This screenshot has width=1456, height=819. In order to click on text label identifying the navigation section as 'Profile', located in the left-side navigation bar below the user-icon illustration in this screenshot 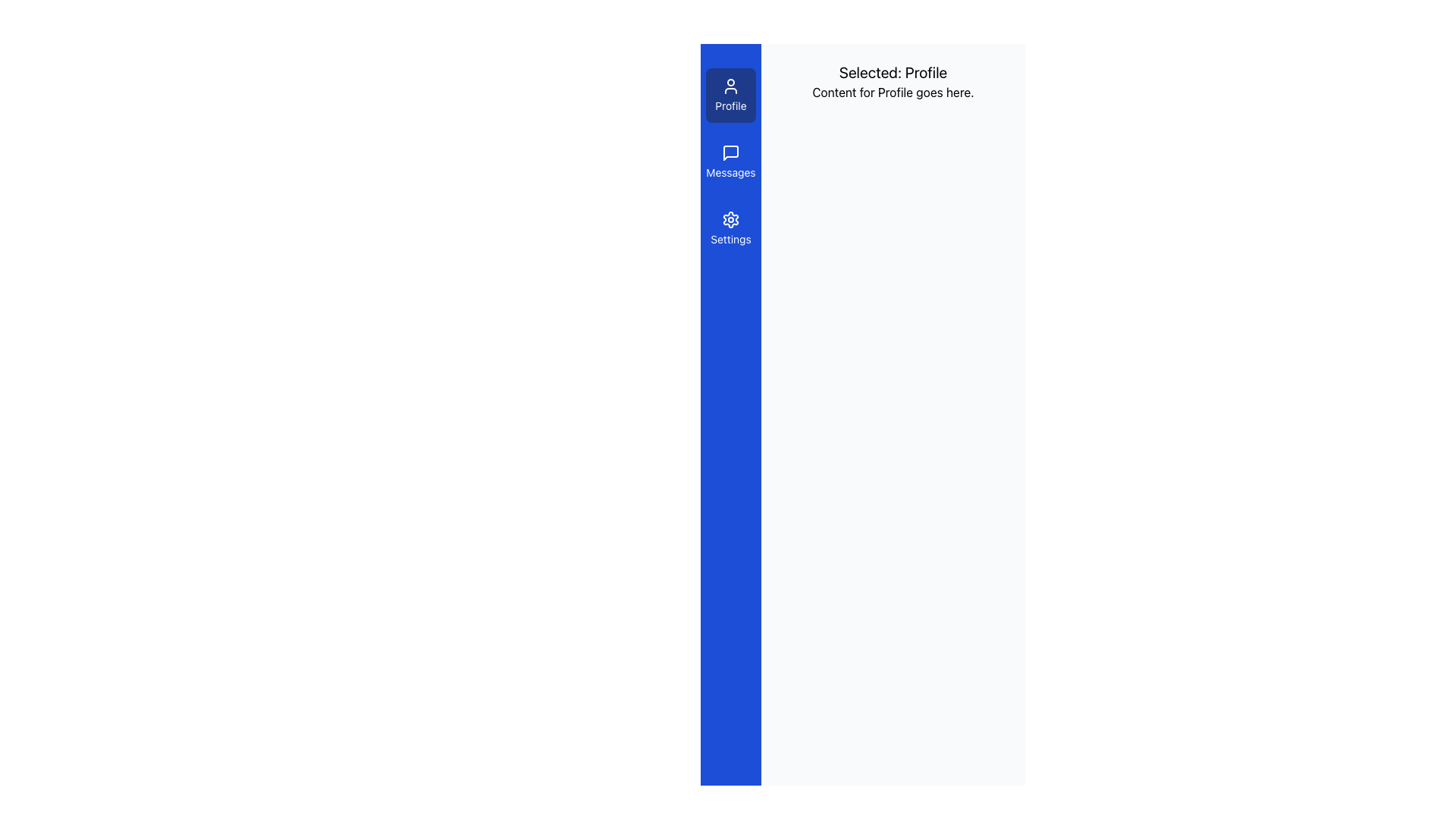, I will do `click(731, 105)`.